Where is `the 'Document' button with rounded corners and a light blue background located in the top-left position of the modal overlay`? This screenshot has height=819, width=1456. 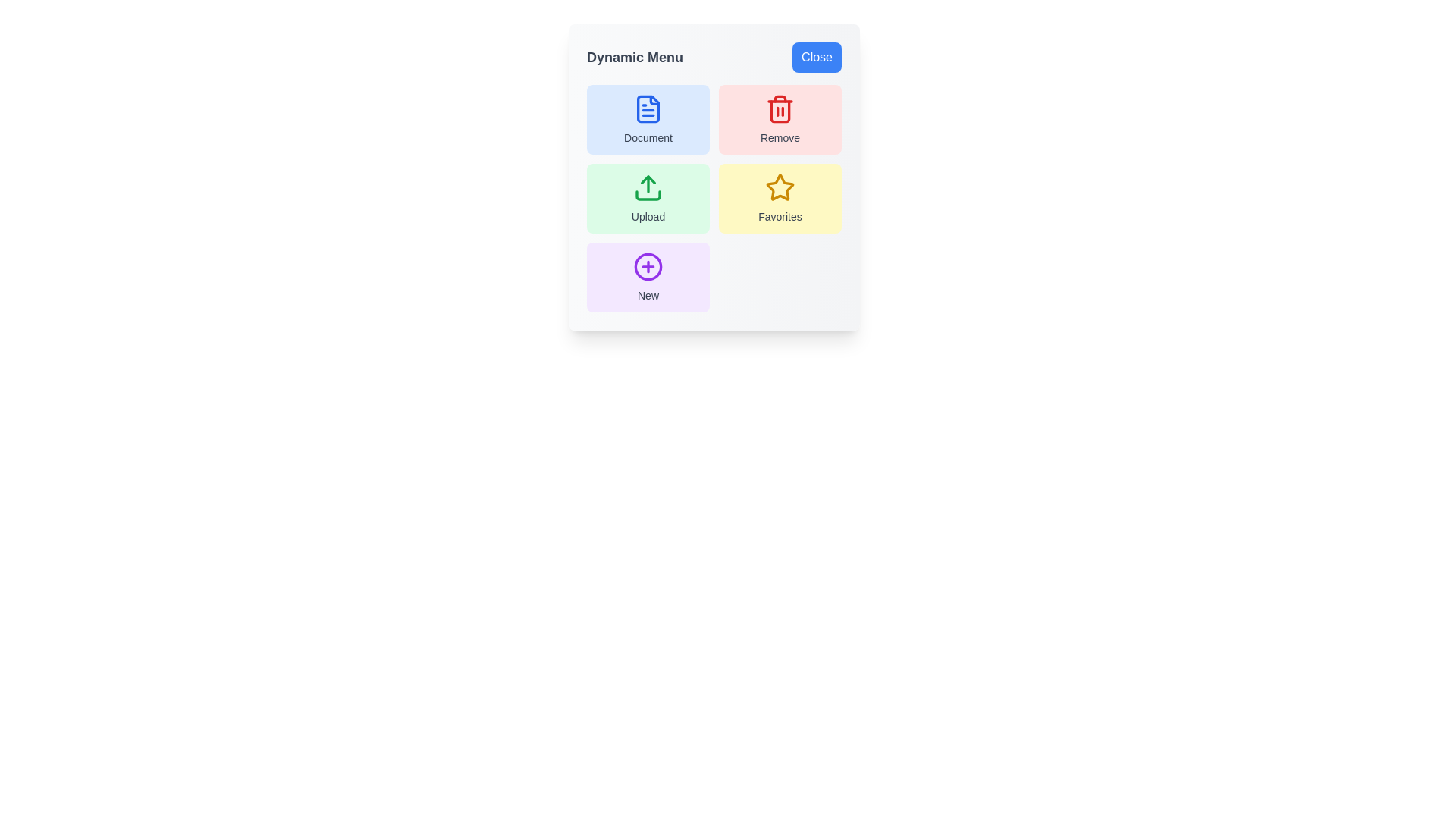
the 'Document' button with rounded corners and a light blue background located in the top-left position of the modal overlay is located at coordinates (648, 119).